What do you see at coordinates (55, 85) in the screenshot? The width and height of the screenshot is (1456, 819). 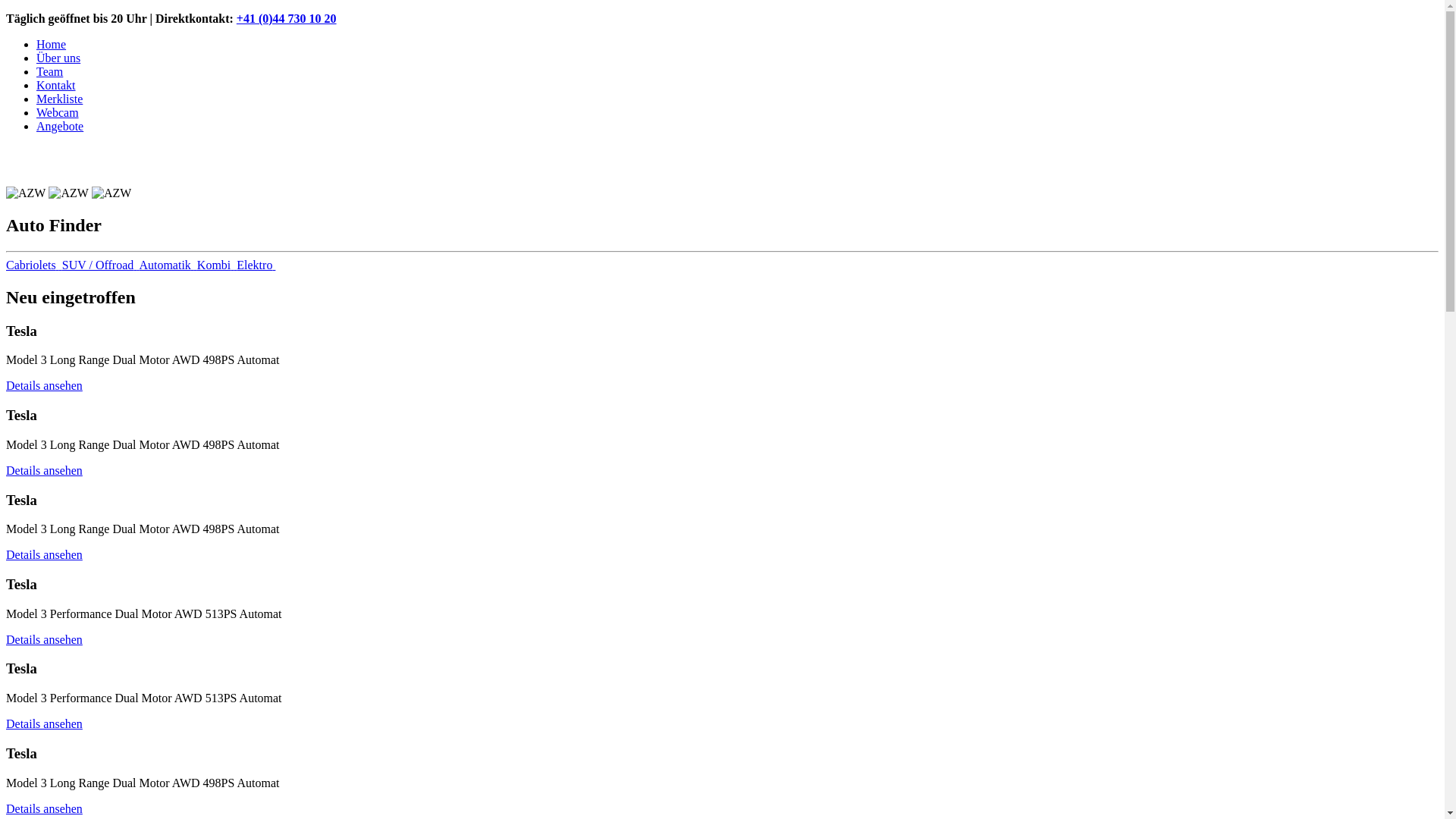 I see `'Kontakt'` at bounding box center [55, 85].